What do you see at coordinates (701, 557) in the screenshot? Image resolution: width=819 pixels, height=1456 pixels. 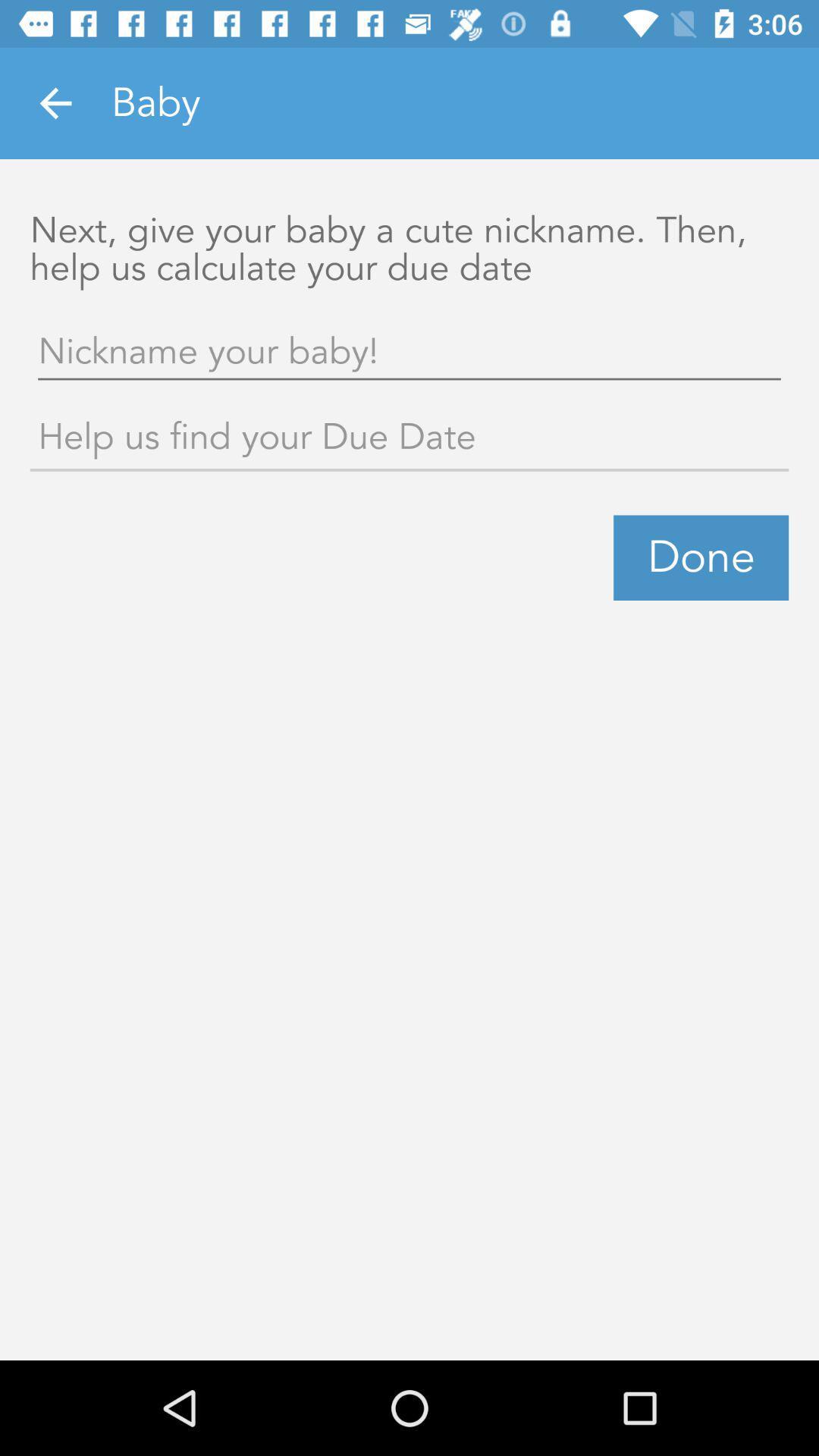 I see `the done icon` at bounding box center [701, 557].